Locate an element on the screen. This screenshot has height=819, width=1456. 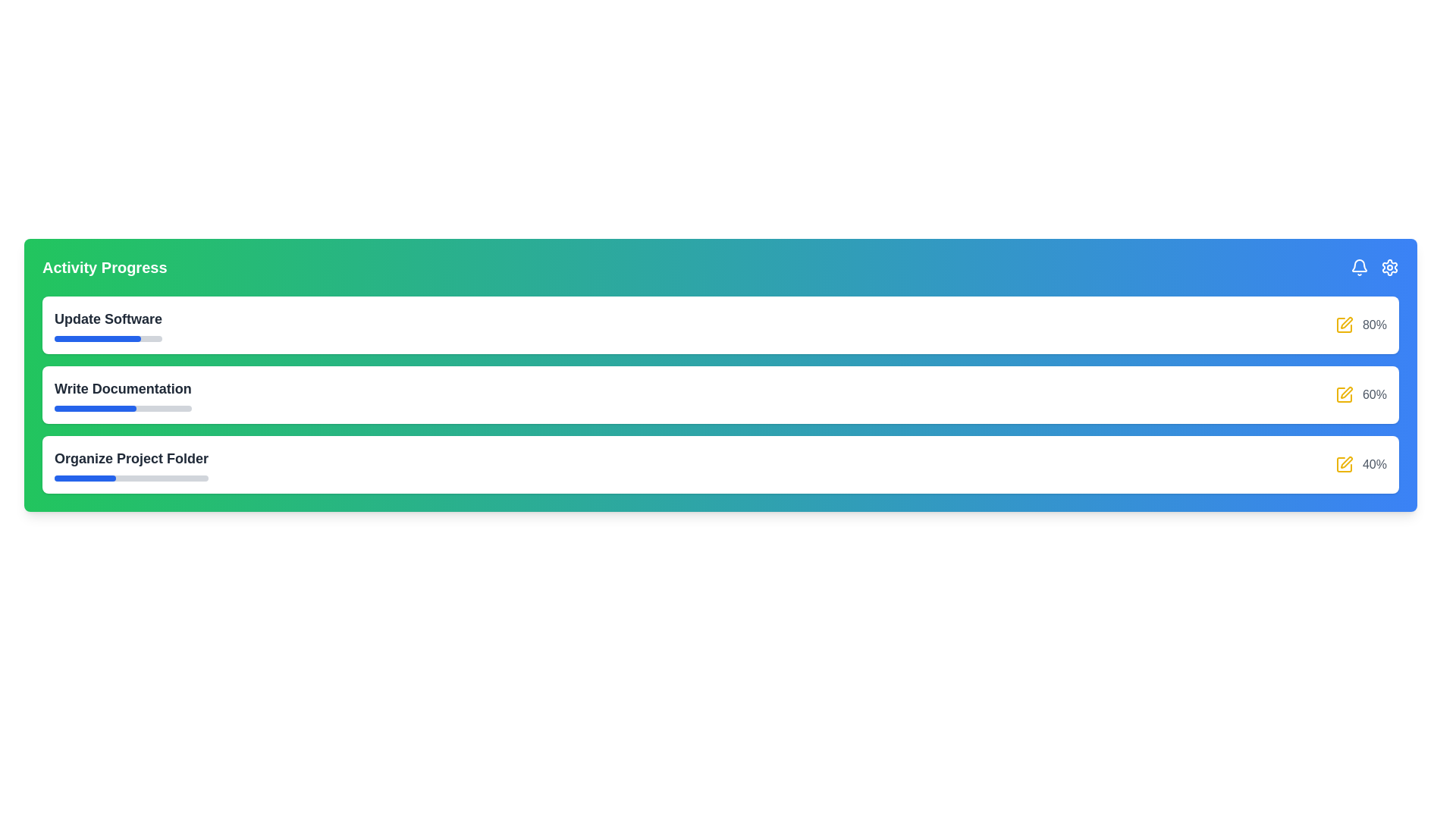
the 'Activity Progress' label, which is styled in a bold, large font and located in the gradient-colored header bar is located at coordinates (104, 267).